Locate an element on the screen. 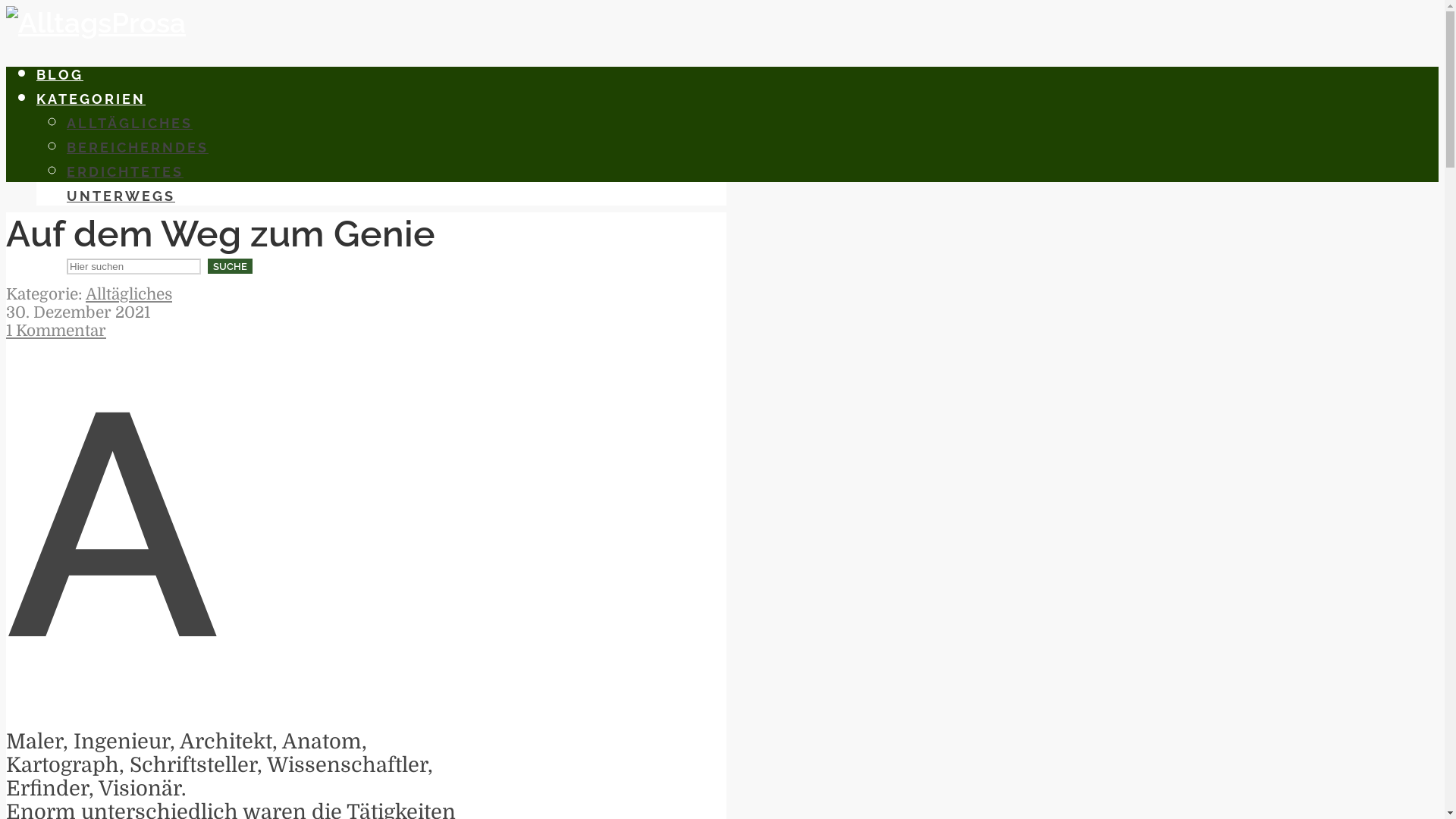 The height and width of the screenshot is (819, 1456). 'BEREICHERNDES' is located at coordinates (137, 147).